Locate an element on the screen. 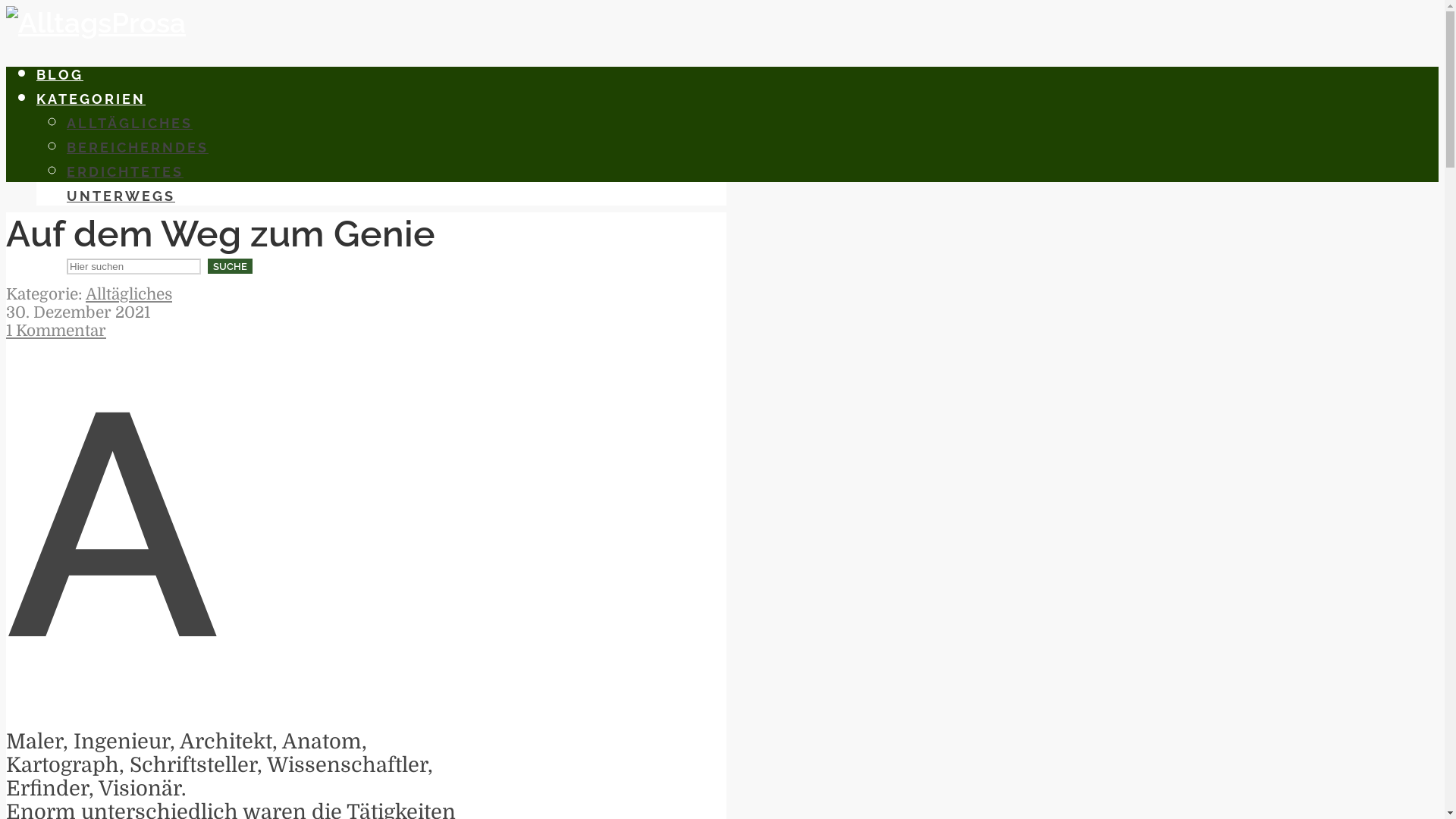 The height and width of the screenshot is (819, 1456). 'BEREICHERNDES' is located at coordinates (137, 147).